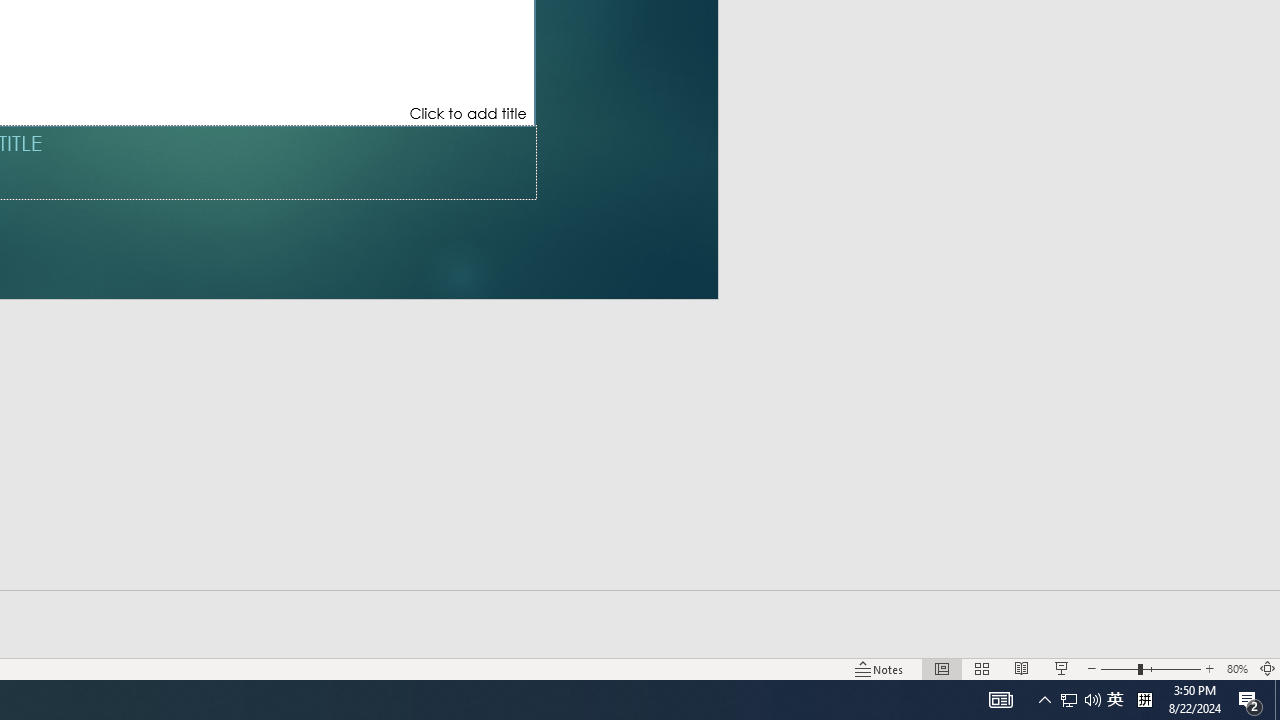 The height and width of the screenshot is (720, 1280). Describe the element at coordinates (982, 669) in the screenshot. I see `'Slide Sorter'` at that location.